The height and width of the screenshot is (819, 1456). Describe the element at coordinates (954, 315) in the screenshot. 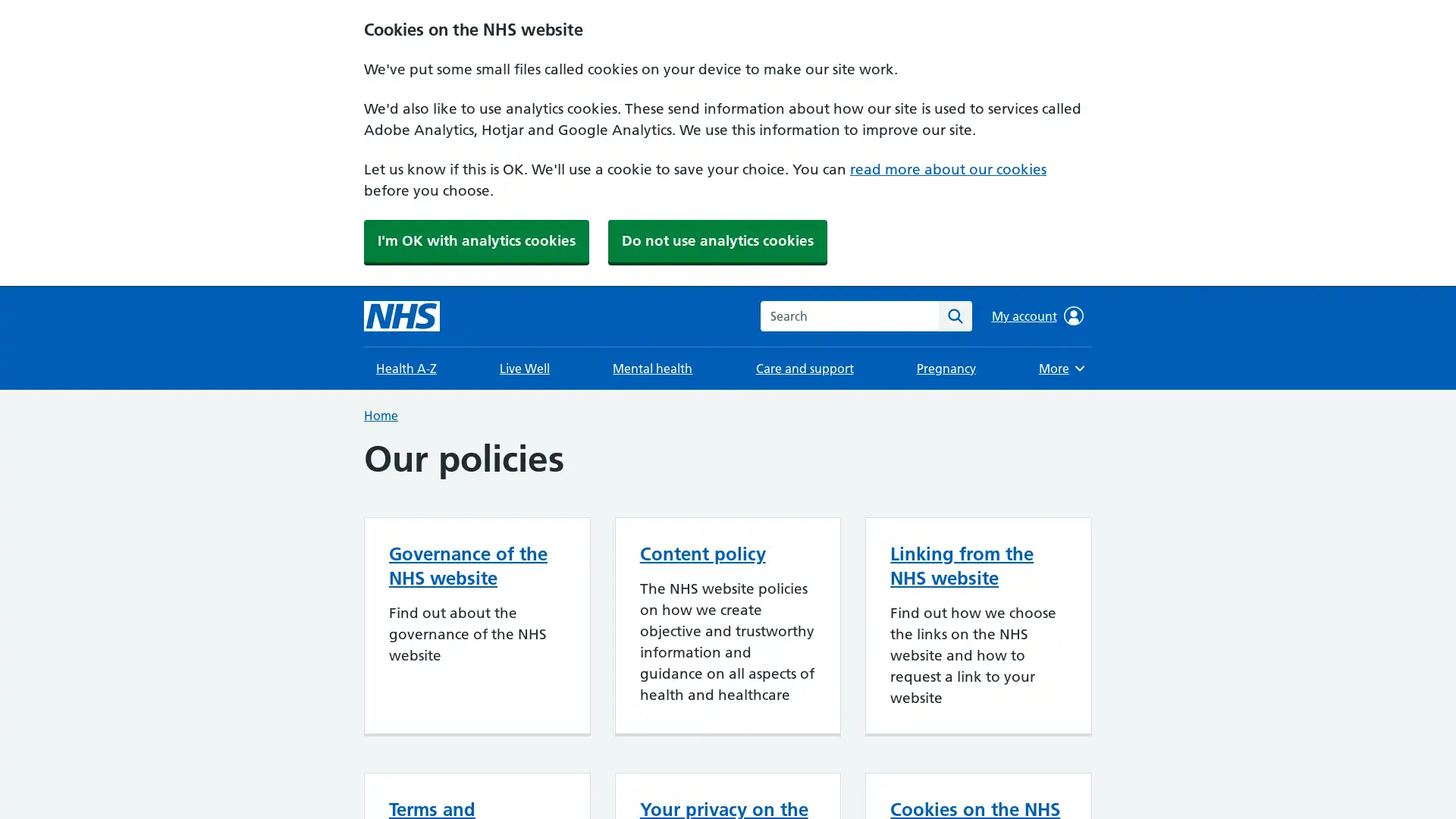

I see `Search` at that location.